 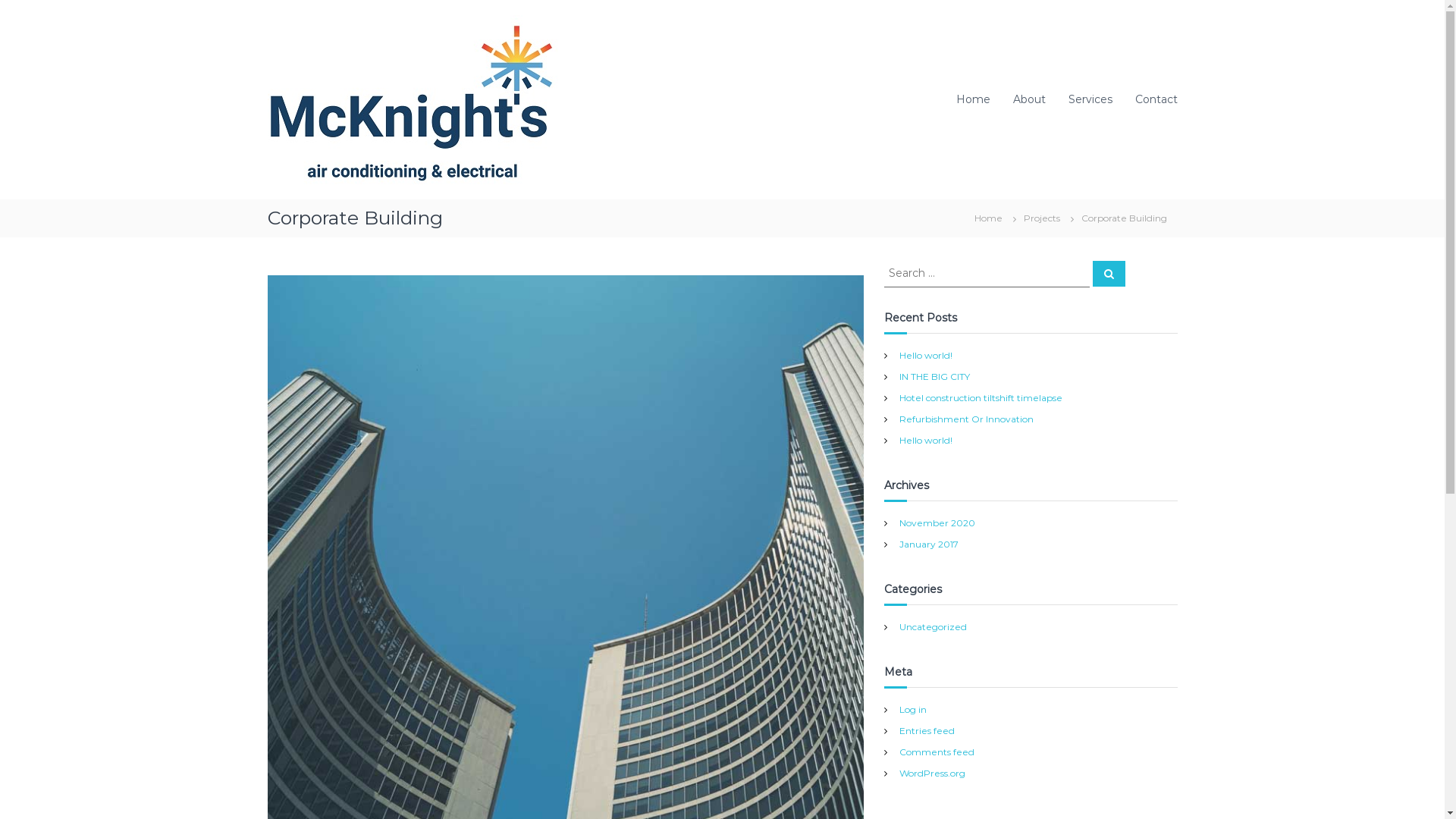 What do you see at coordinates (926, 730) in the screenshot?
I see `'Entries feed'` at bounding box center [926, 730].